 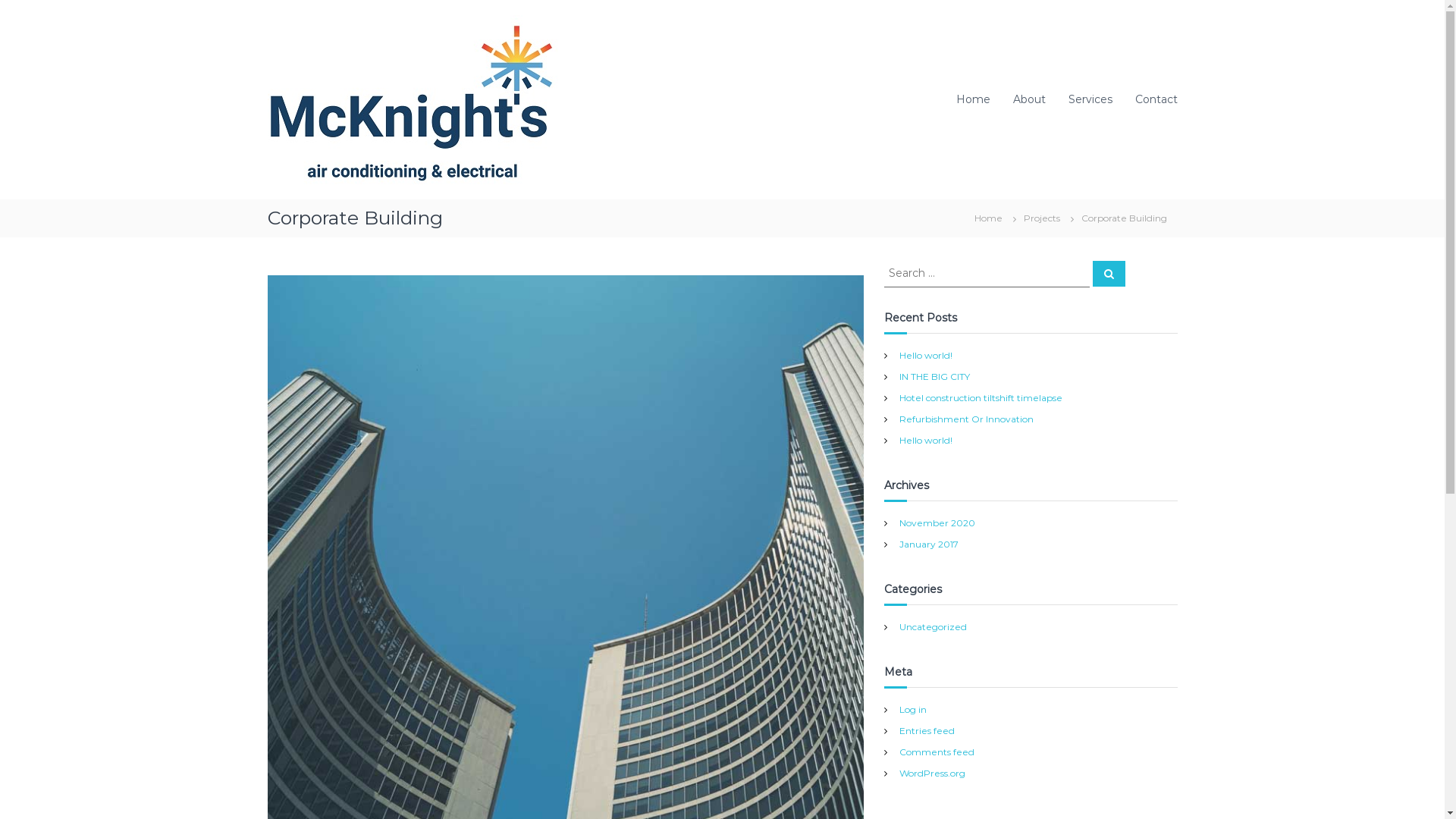 What do you see at coordinates (926, 730) in the screenshot?
I see `'Entries feed'` at bounding box center [926, 730].